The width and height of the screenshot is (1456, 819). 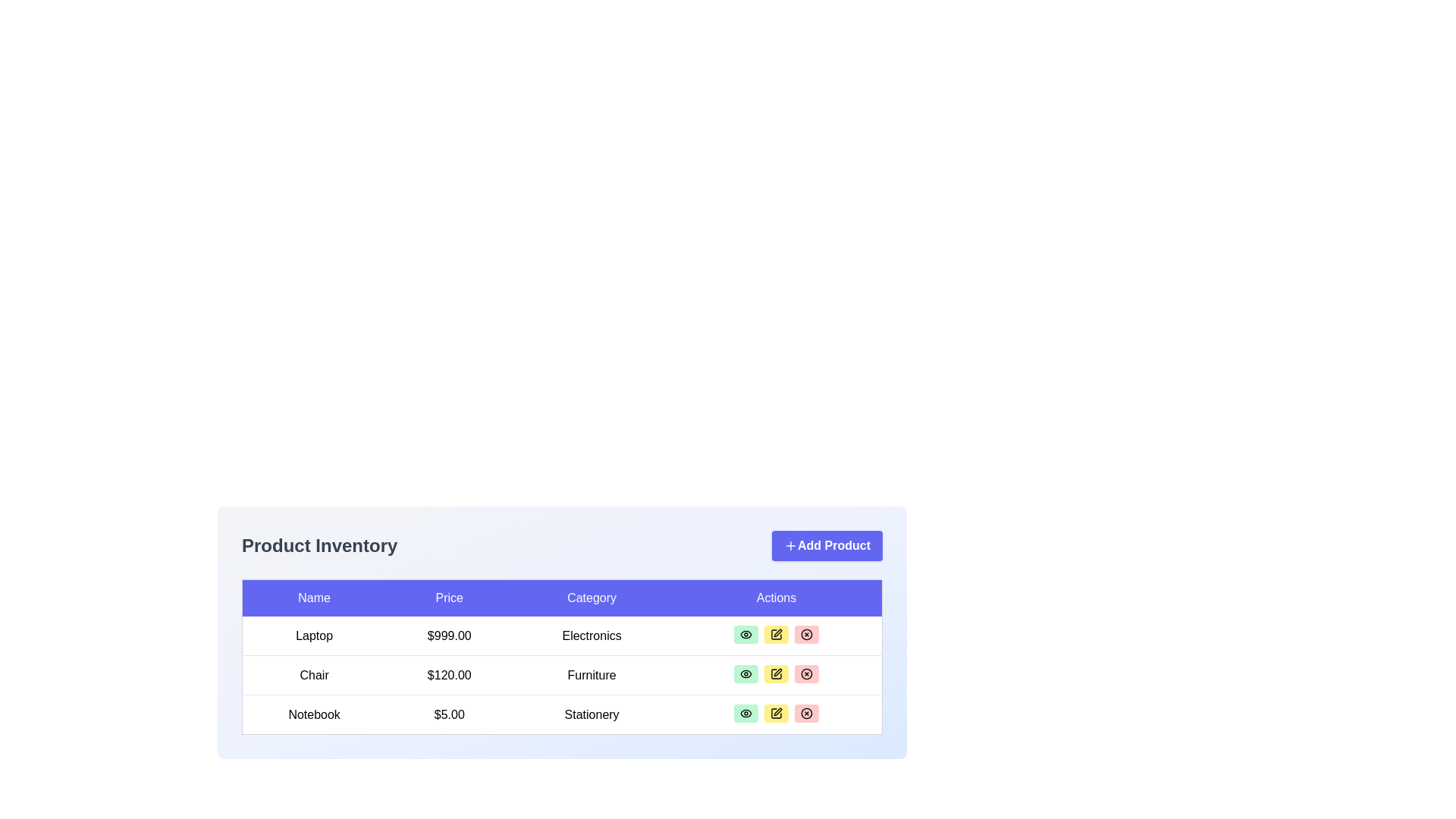 What do you see at coordinates (313, 635) in the screenshot?
I see `the text label displaying 'Laptop', which is located in the leftmost column of the top row of the product list` at bounding box center [313, 635].